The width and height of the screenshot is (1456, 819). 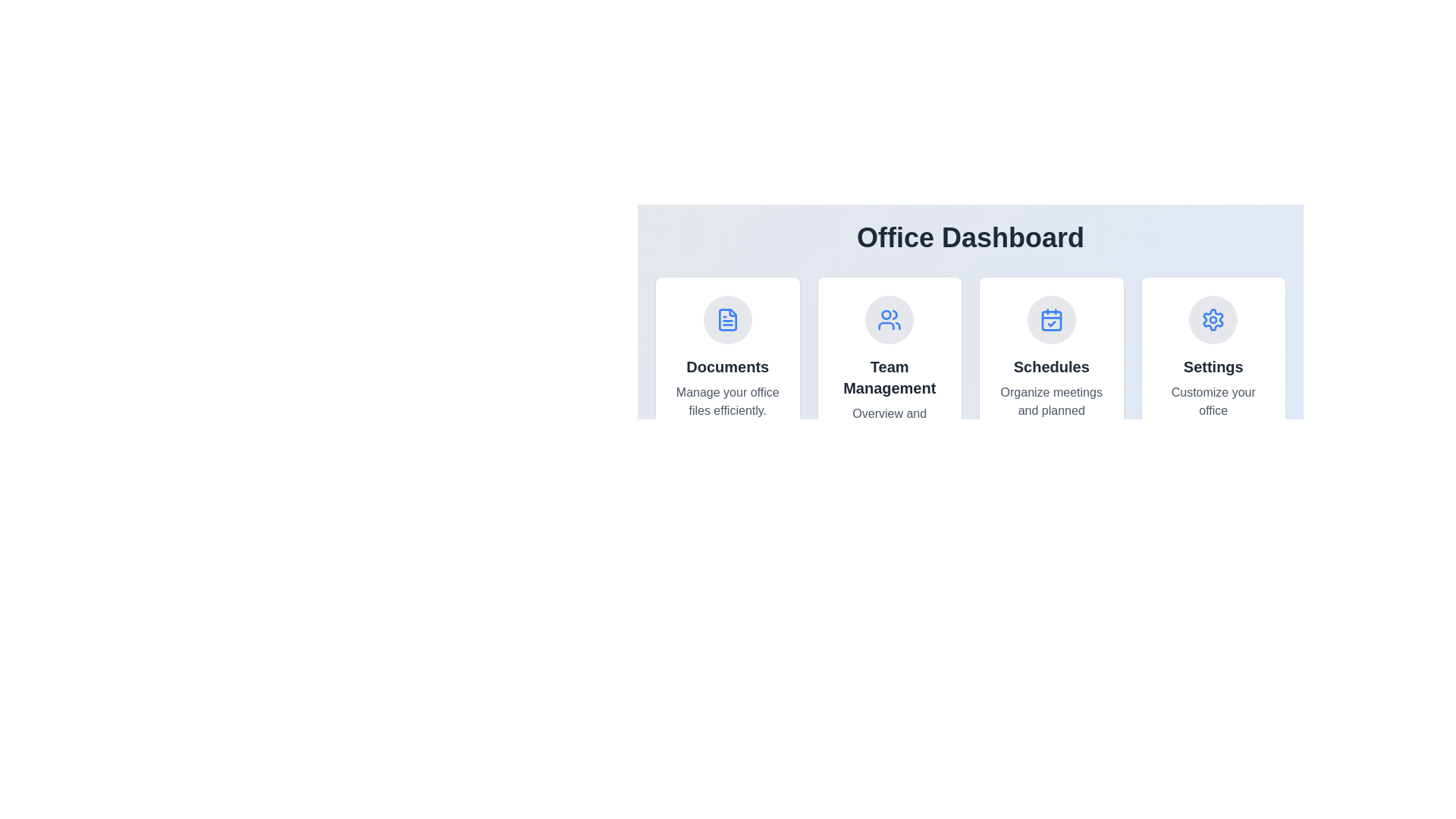 What do you see at coordinates (1050, 376) in the screenshot?
I see `the 'Schedules' card, which is the third element in the grid layout, positioned between 'Team Management' and 'Settings'` at bounding box center [1050, 376].